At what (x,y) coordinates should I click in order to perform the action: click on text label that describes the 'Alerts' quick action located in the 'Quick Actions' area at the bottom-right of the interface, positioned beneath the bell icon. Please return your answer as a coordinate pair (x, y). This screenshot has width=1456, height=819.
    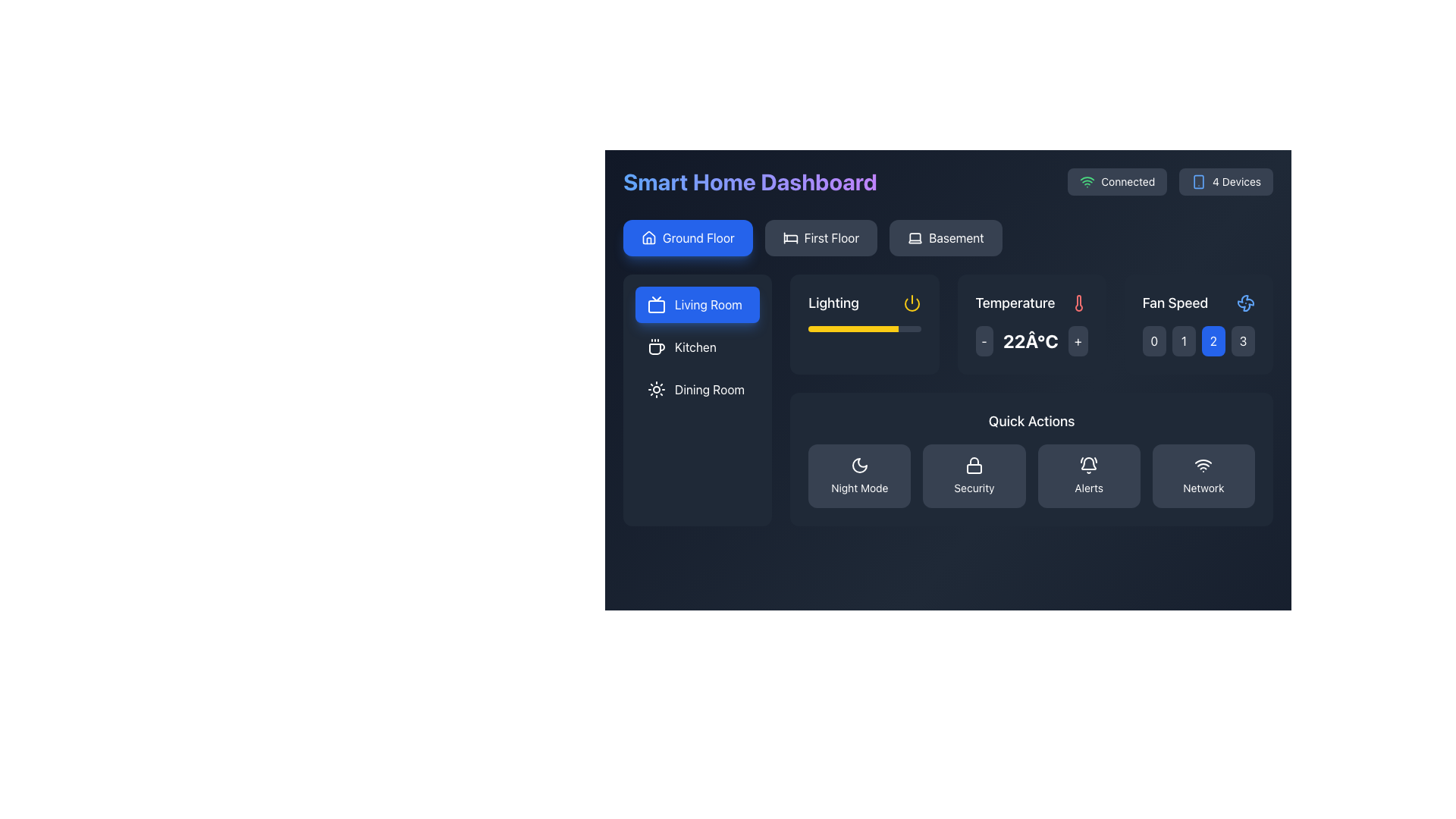
    Looking at the image, I should click on (1088, 488).